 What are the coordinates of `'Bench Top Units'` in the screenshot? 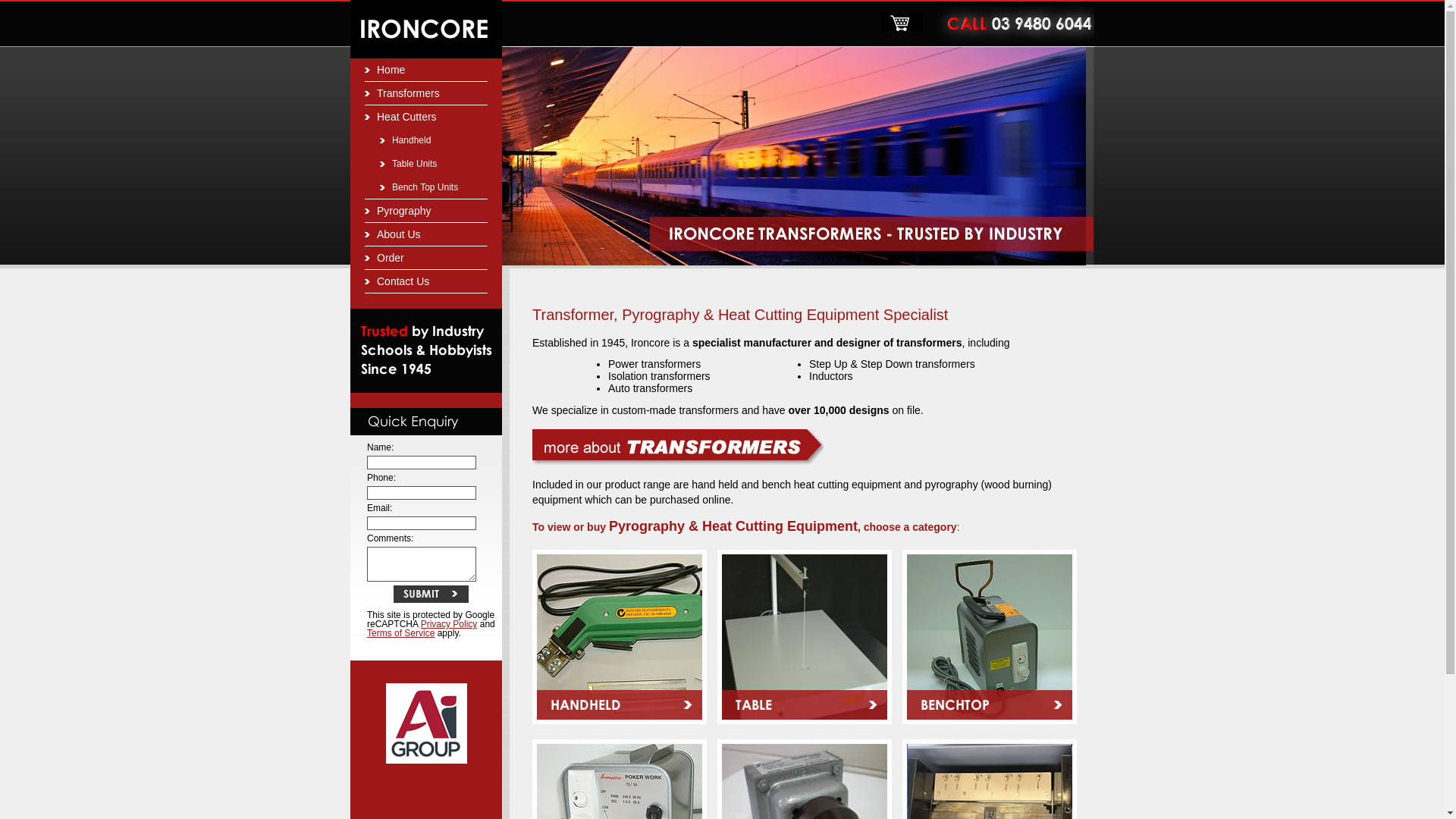 It's located at (425, 187).